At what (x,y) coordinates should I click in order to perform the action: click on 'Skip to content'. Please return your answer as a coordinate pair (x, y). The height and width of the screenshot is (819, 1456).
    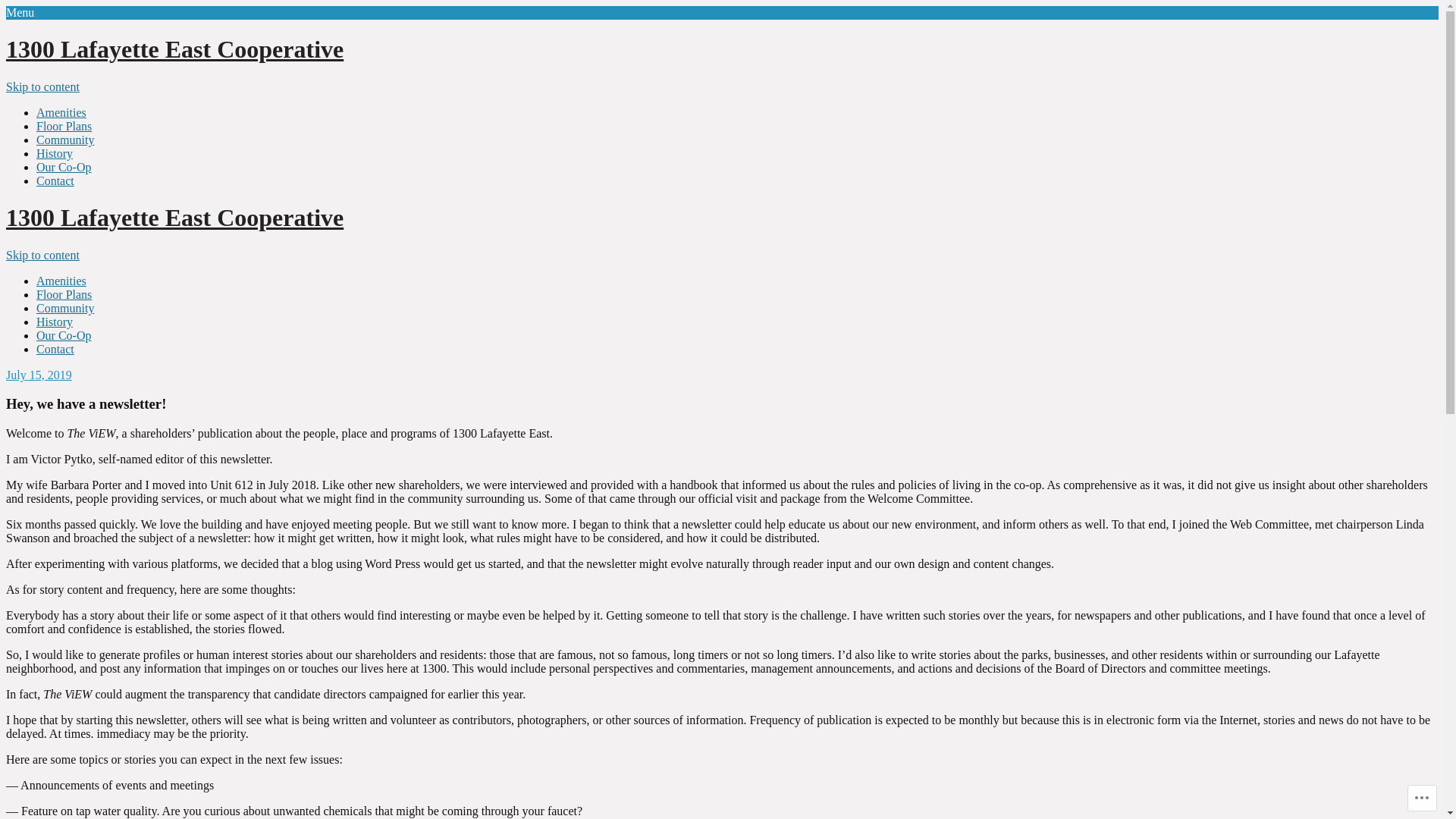
    Looking at the image, I should click on (42, 254).